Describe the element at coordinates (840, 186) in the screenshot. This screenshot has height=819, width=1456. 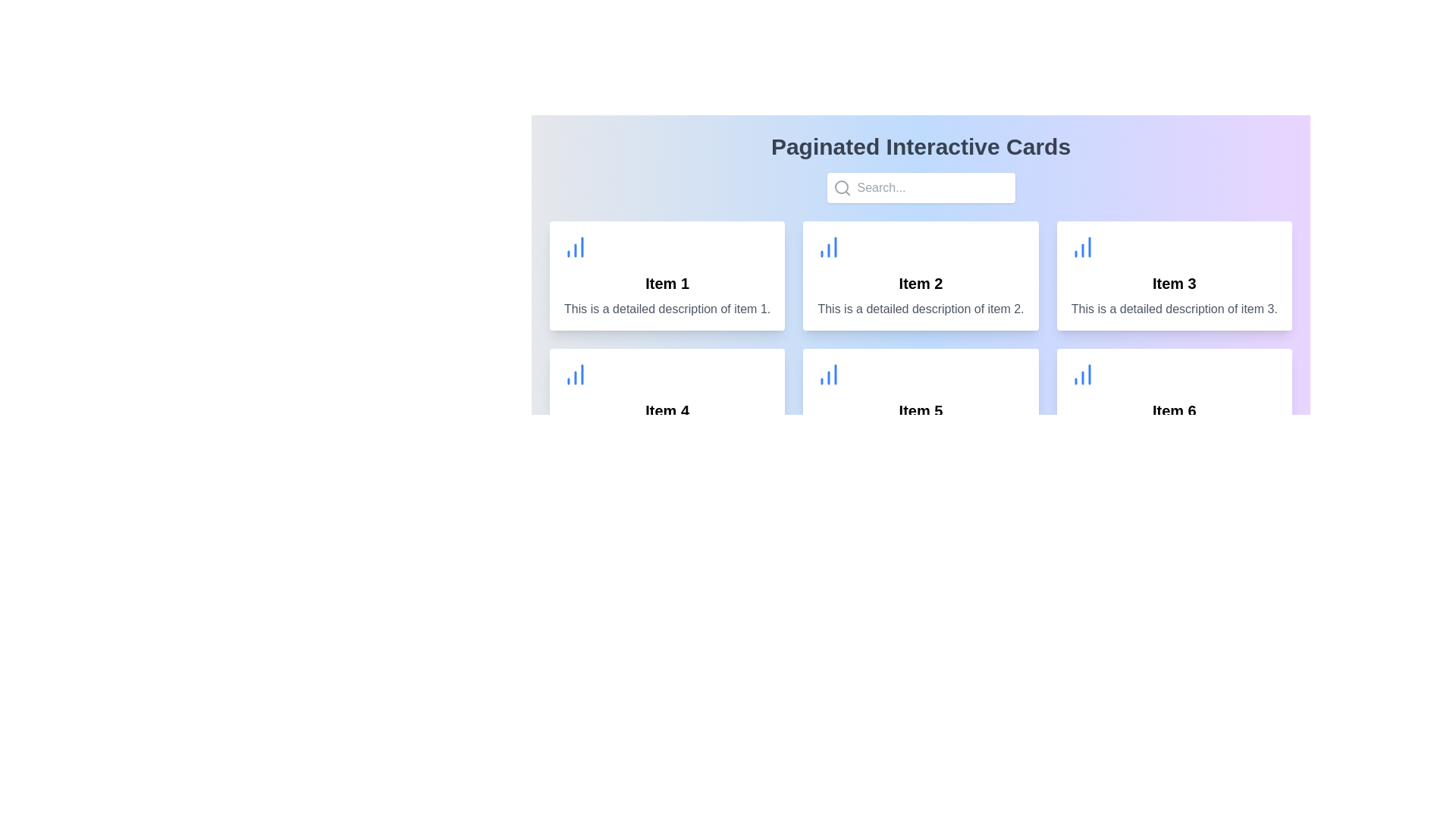
I see `the Decorative SVG circle that is centered inside the search icon in the upper section of the page's search bar` at that location.